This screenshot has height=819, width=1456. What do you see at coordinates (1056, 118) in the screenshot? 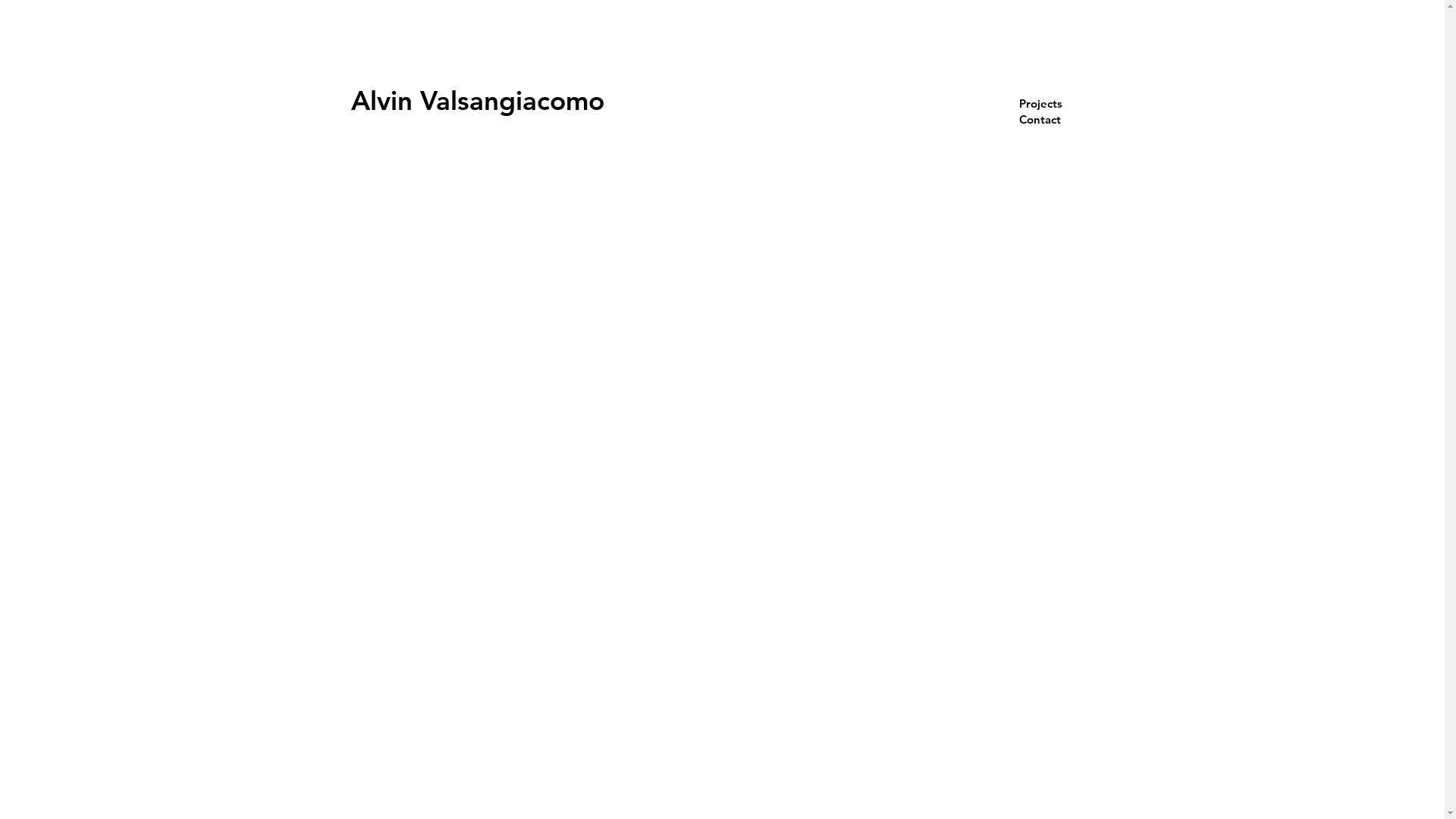
I see `'Contact'` at bounding box center [1056, 118].